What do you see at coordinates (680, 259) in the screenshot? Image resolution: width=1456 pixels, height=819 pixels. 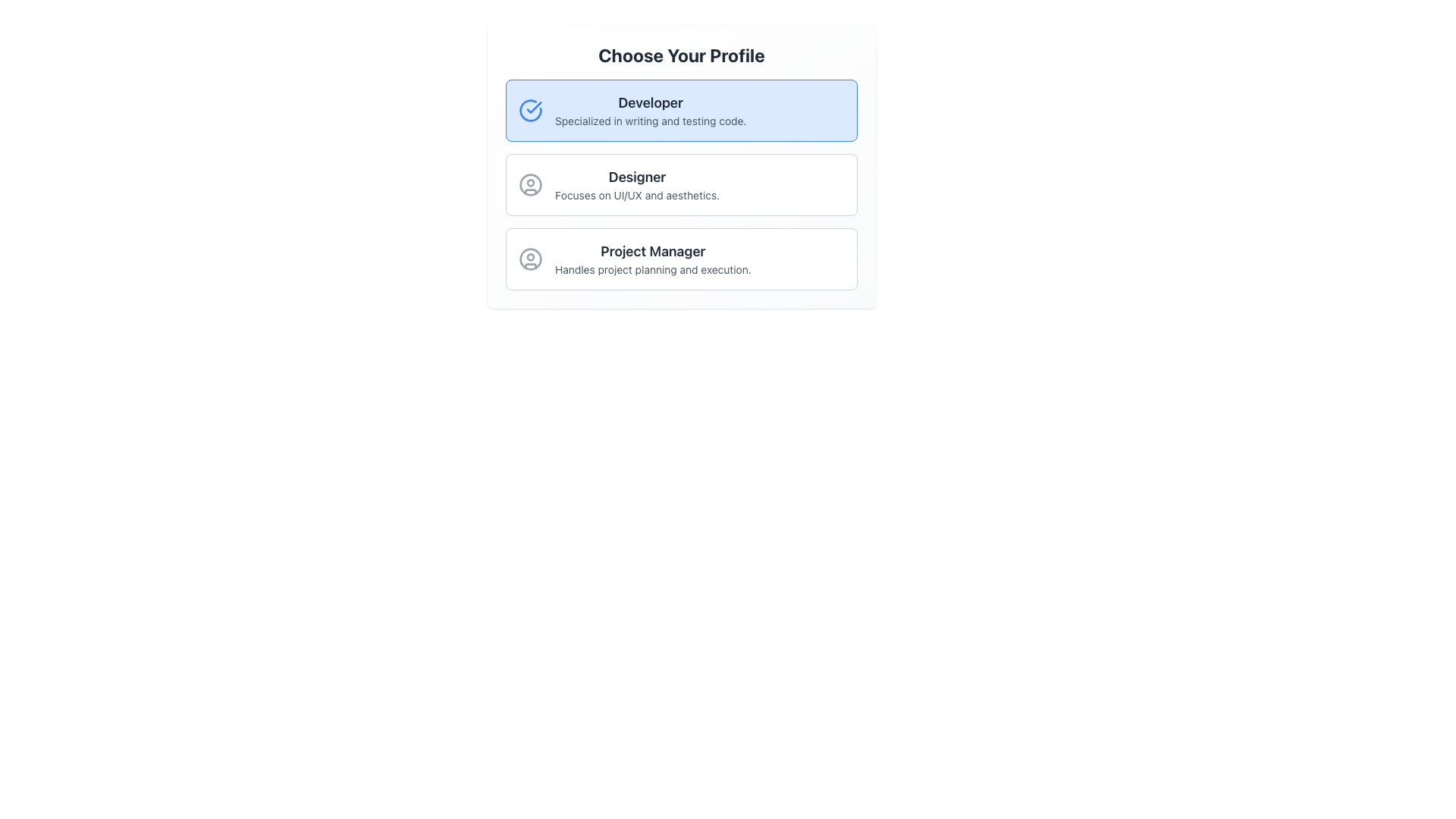 I see `the 'Project Manager' button, which is the third card in a vertical list of cards, positioned below the 'Designer' card` at bounding box center [680, 259].